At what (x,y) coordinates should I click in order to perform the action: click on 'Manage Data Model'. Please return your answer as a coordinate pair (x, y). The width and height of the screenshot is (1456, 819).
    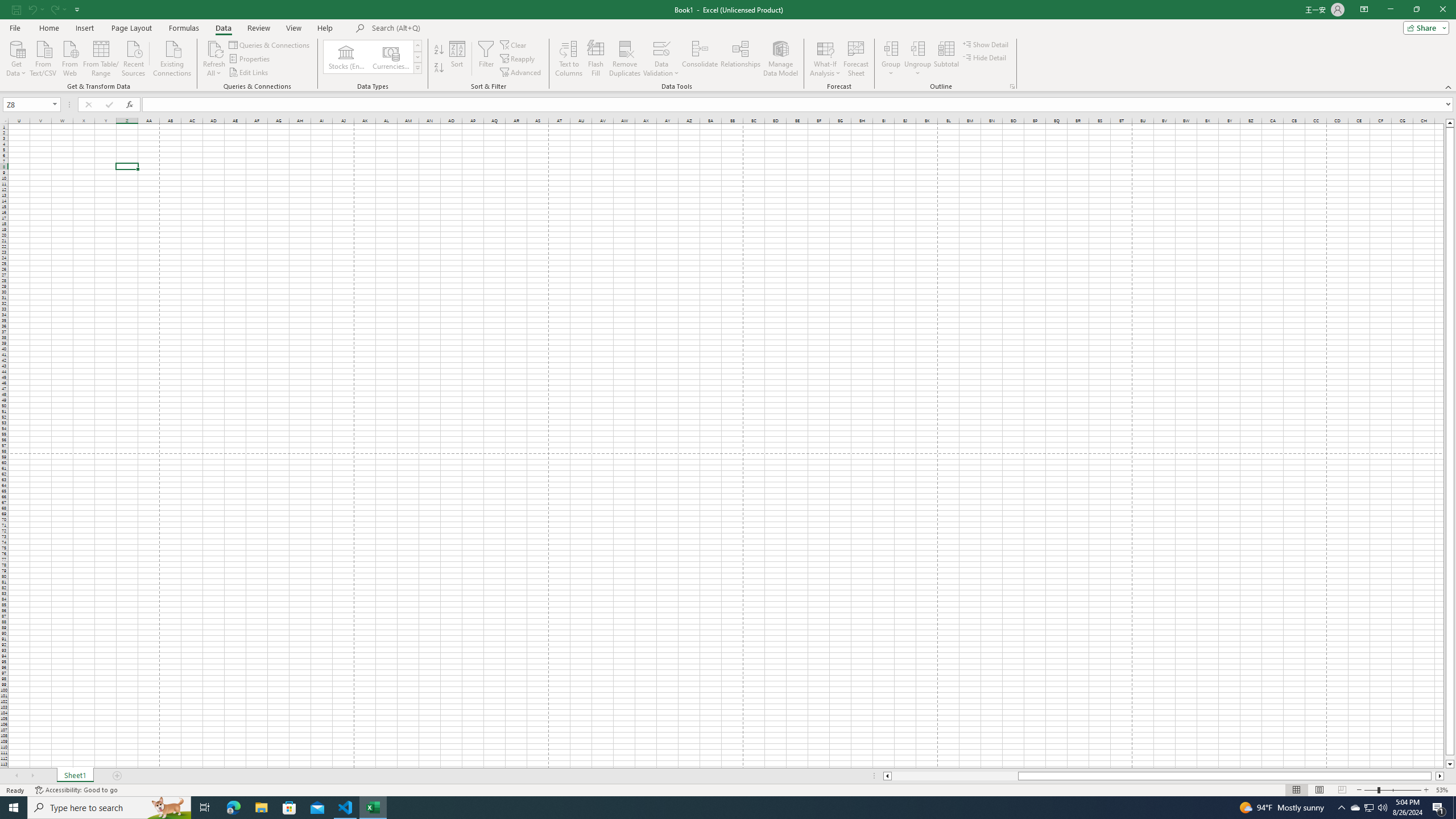
    Looking at the image, I should click on (780, 59).